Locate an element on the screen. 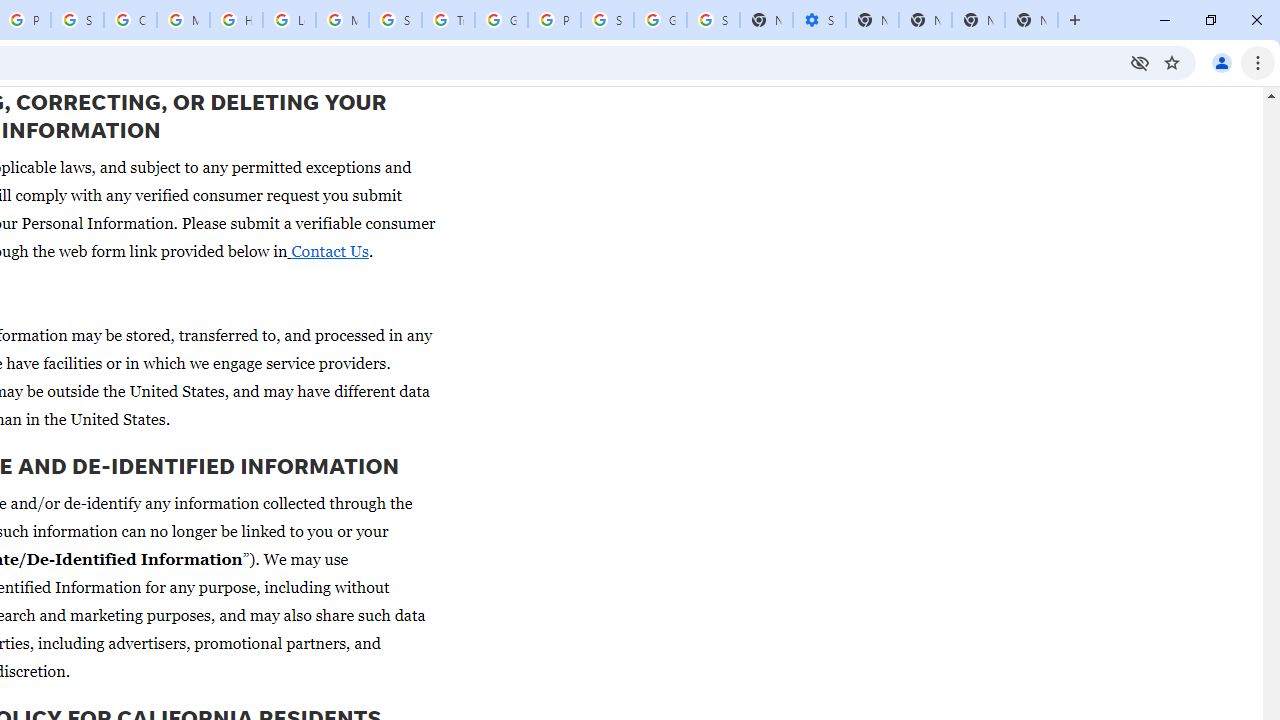 This screenshot has height=720, width=1280. 'New Tab' is located at coordinates (1031, 20).